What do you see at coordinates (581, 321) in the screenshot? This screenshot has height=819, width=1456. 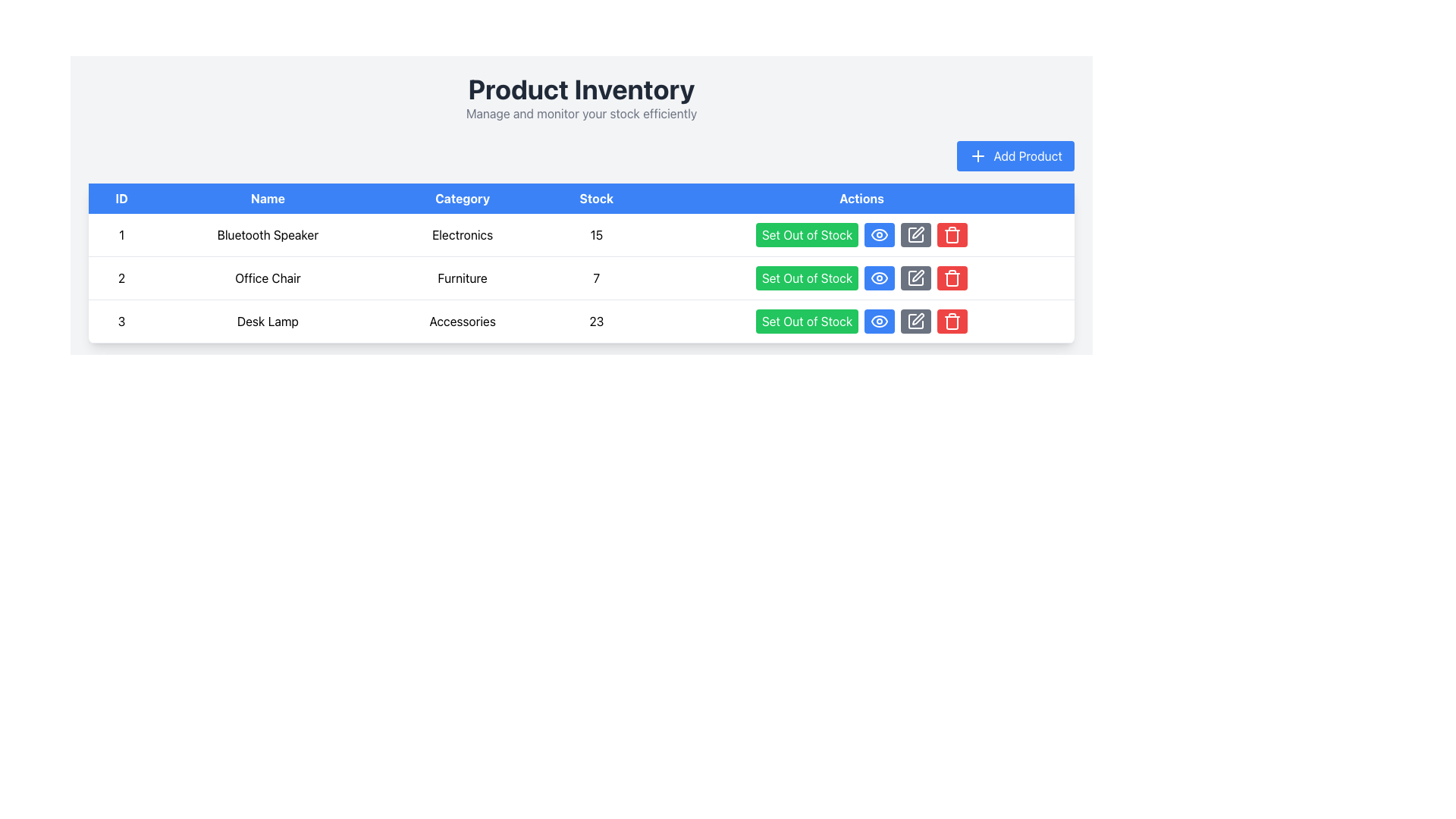 I see `the third row of the product inventory table` at bounding box center [581, 321].